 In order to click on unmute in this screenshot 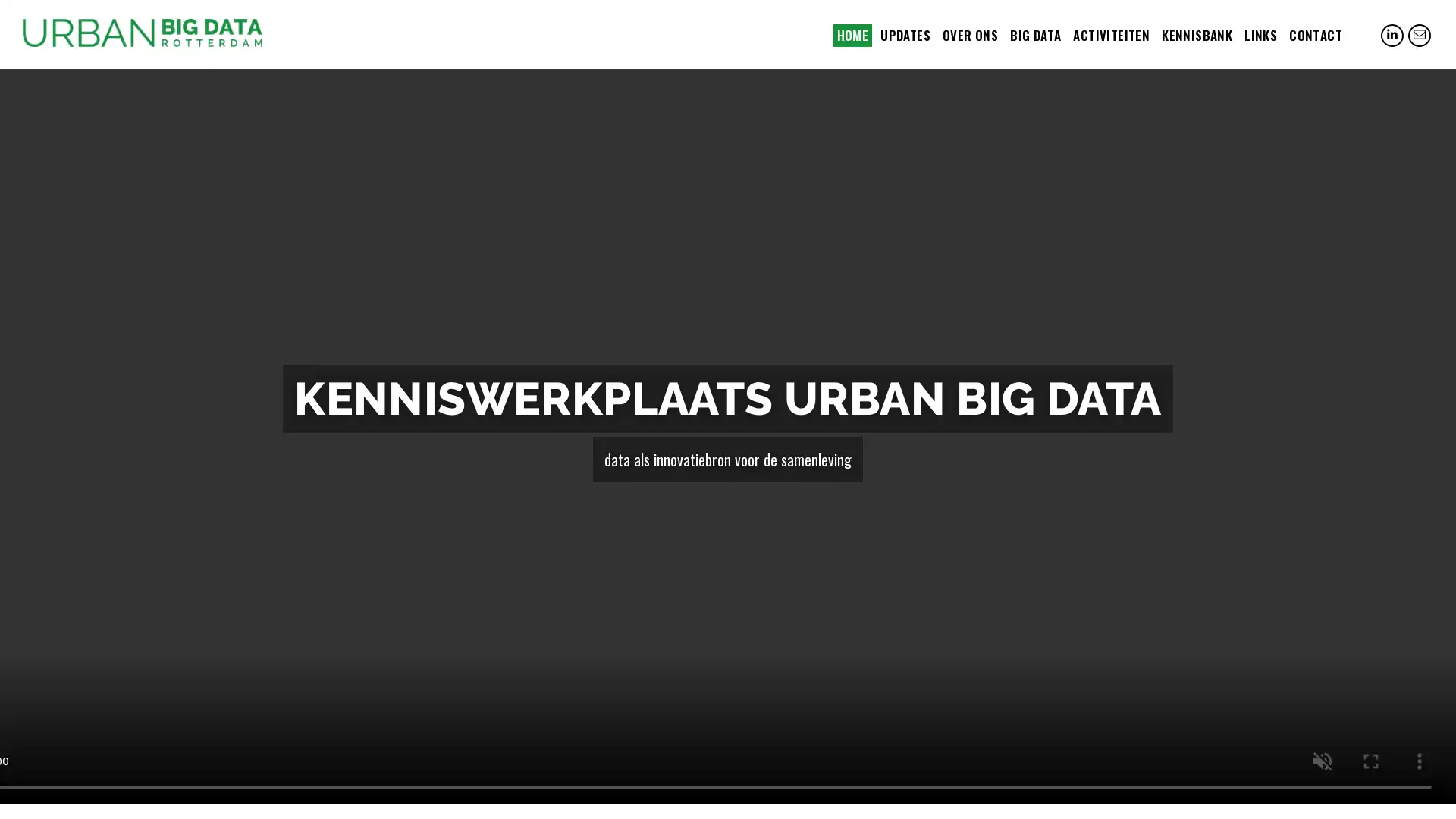, I will do `click(1321, 761)`.